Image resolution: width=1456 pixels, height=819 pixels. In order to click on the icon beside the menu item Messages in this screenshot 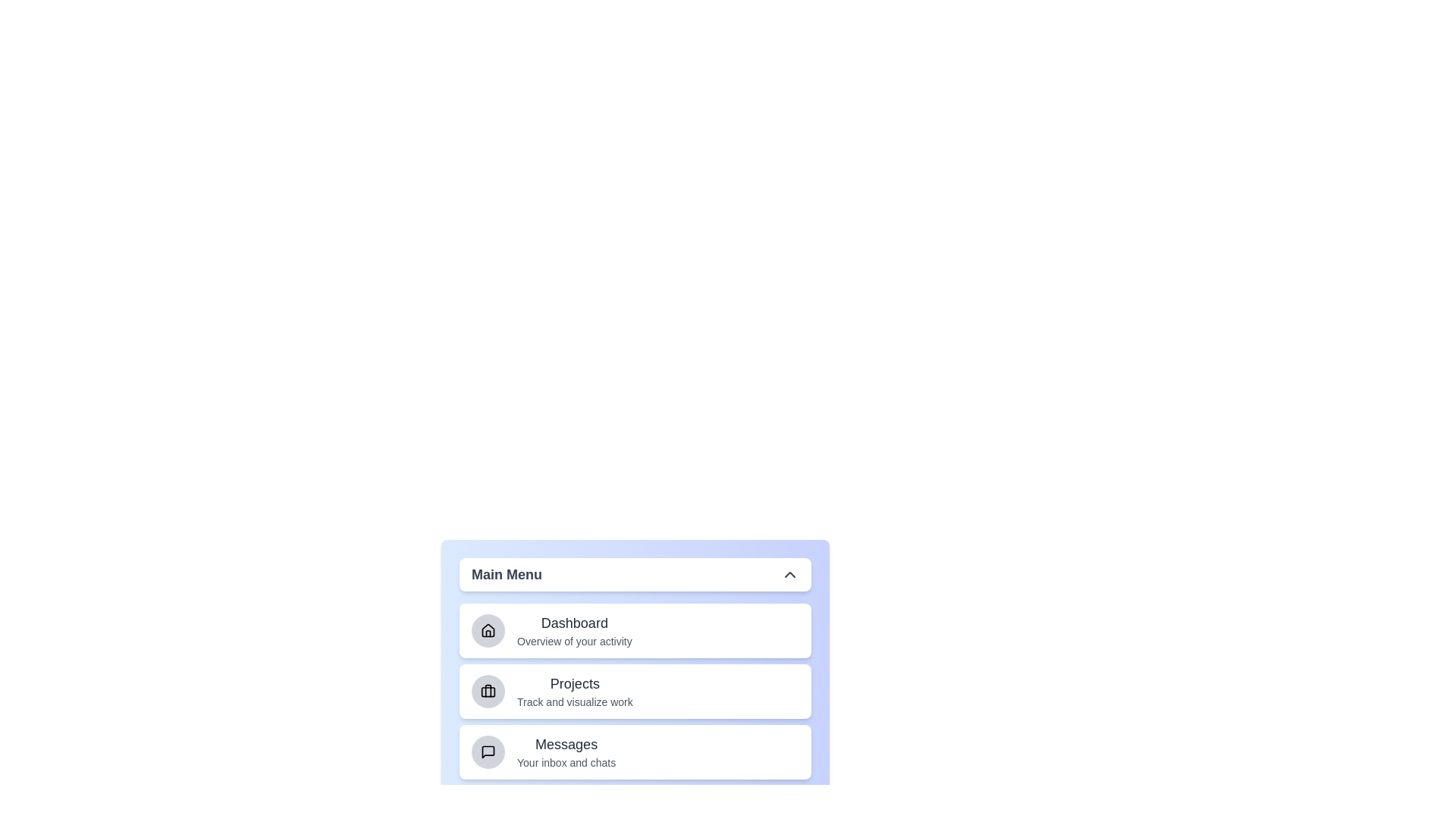, I will do `click(488, 752)`.